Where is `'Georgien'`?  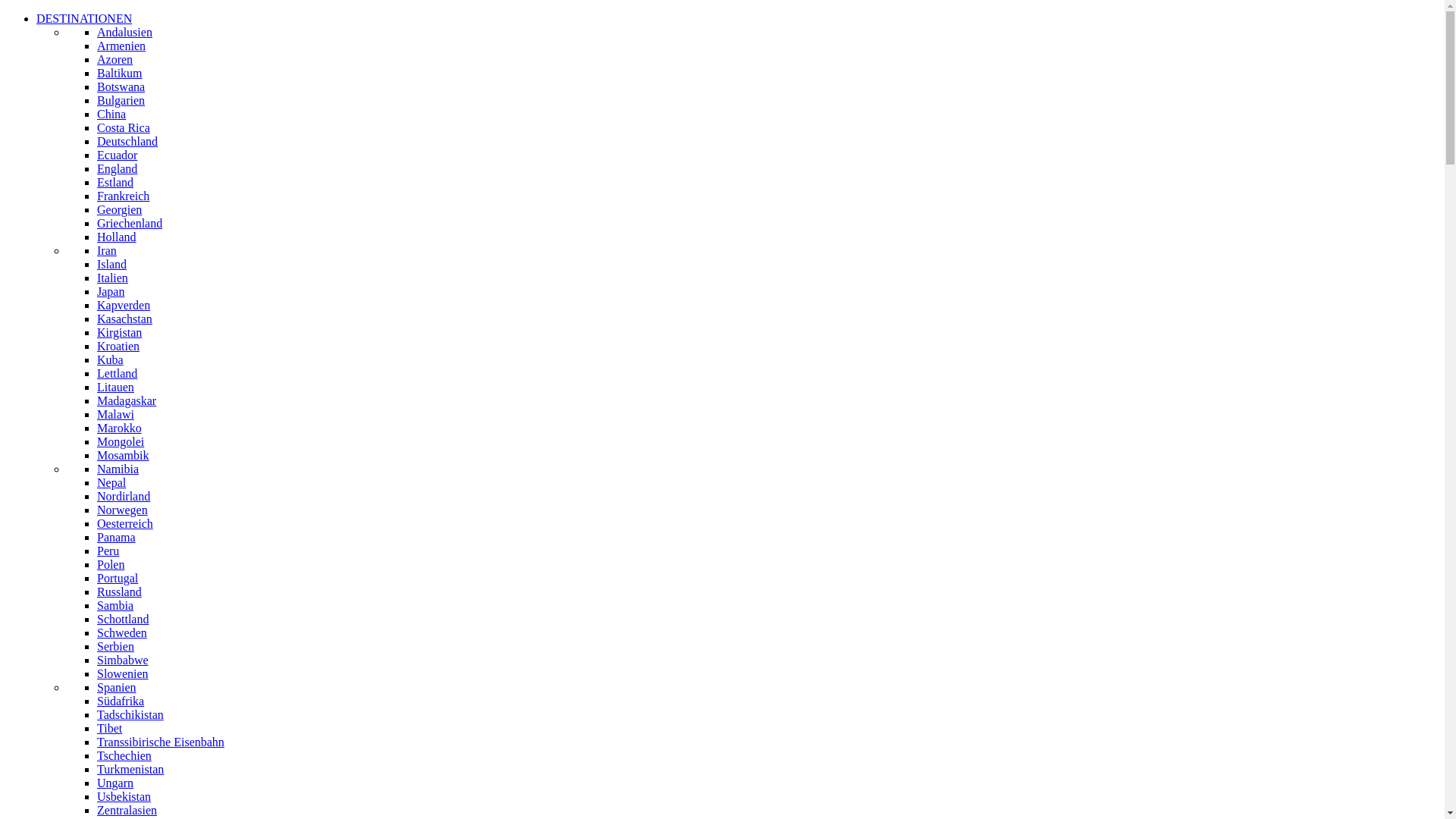
'Georgien' is located at coordinates (96, 209).